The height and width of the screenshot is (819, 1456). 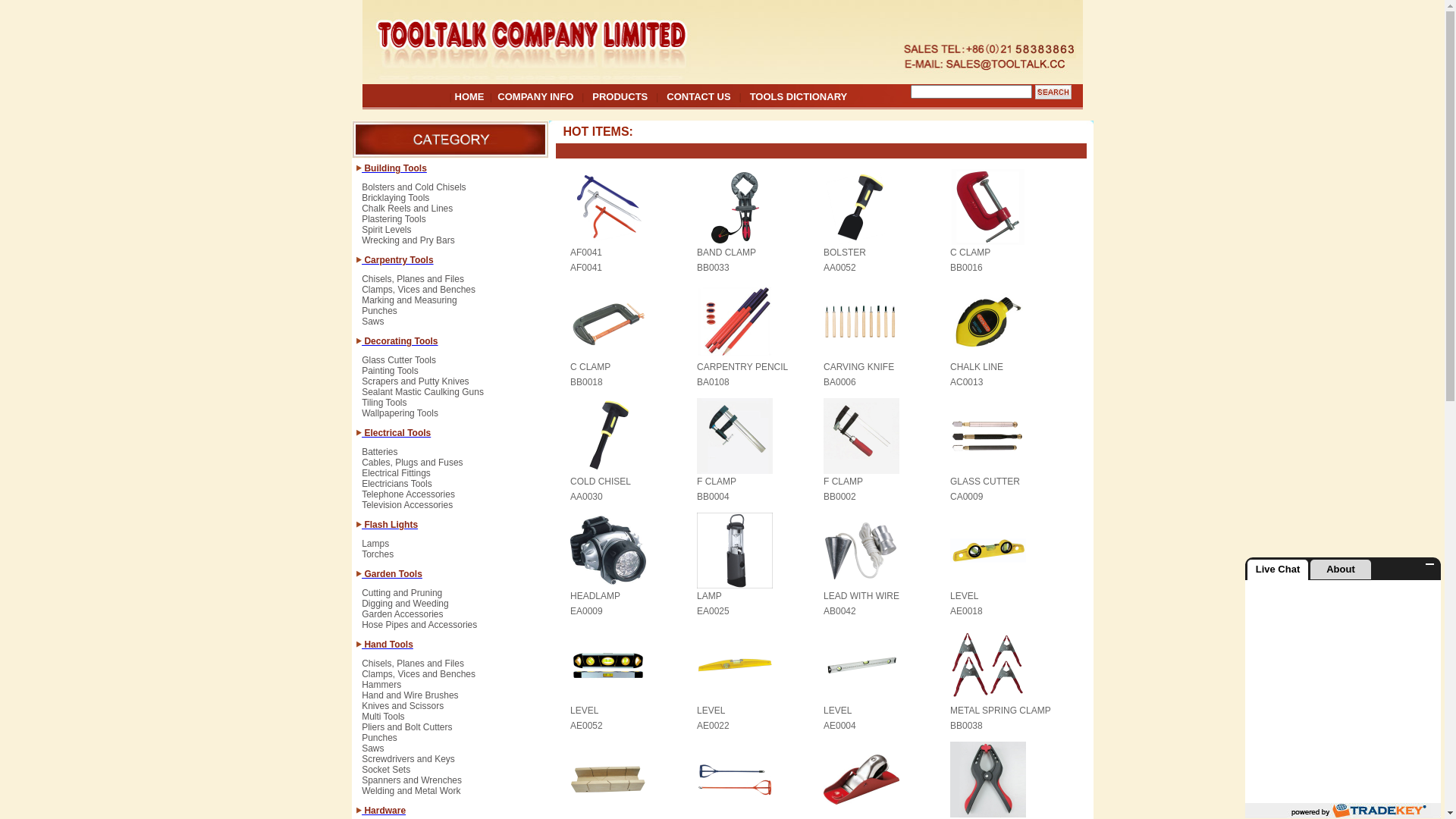 What do you see at coordinates (843, 482) in the screenshot?
I see `'F CLAMP'` at bounding box center [843, 482].